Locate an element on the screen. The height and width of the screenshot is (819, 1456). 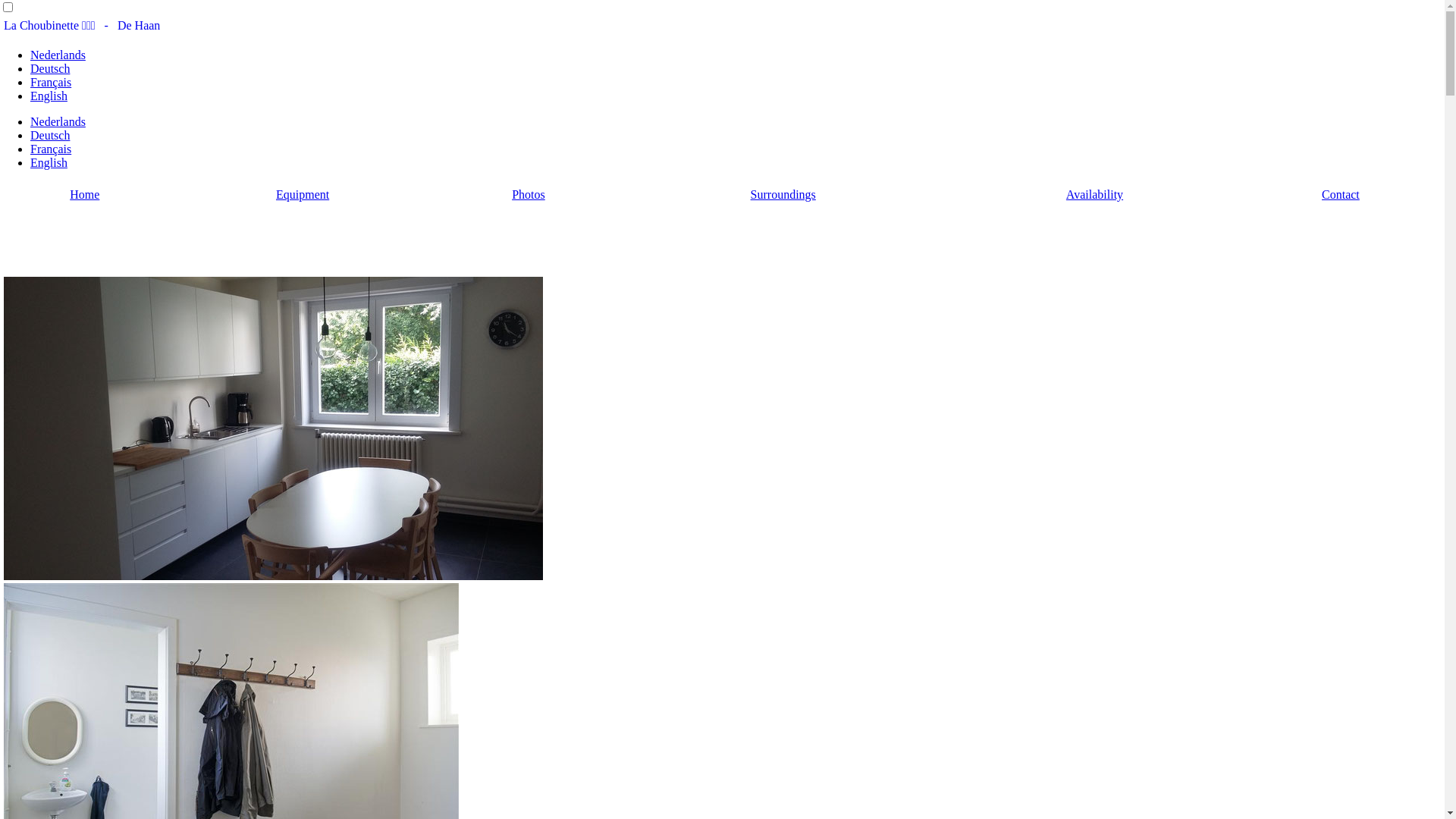
'Surroundings' is located at coordinates (783, 193).